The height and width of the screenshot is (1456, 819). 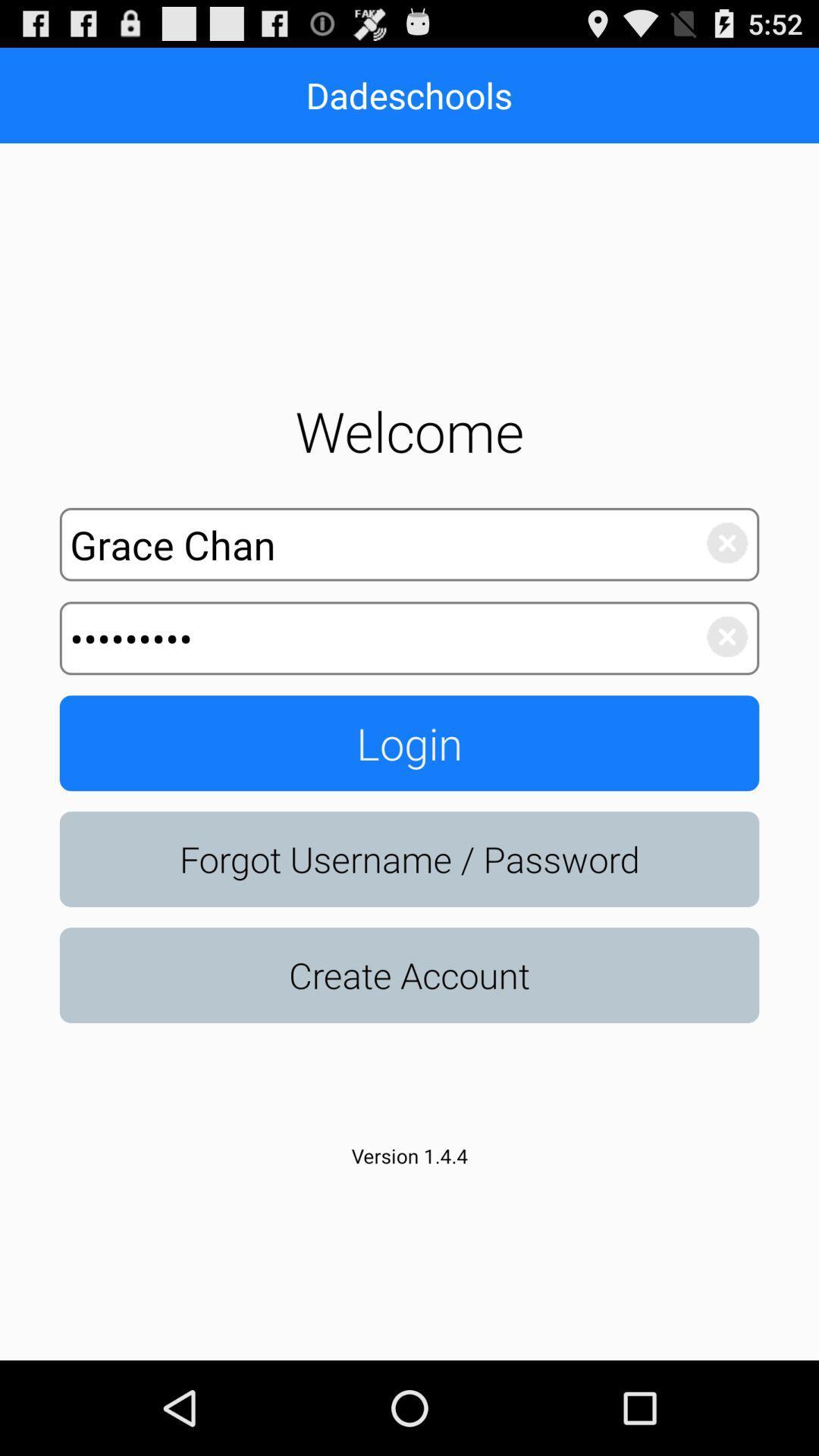 What do you see at coordinates (718, 638) in the screenshot?
I see `cancel` at bounding box center [718, 638].